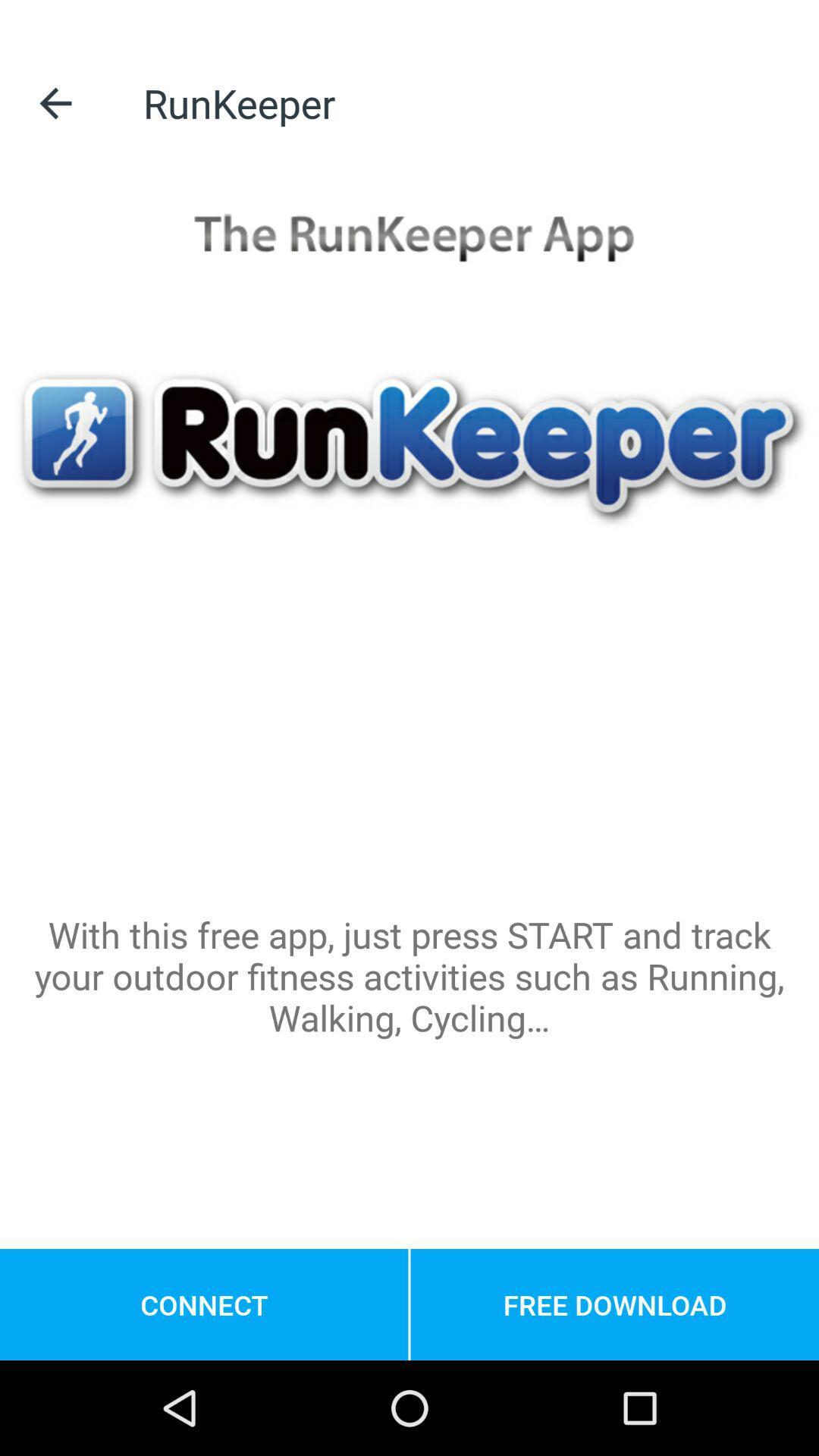 Image resolution: width=819 pixels, height=1456 pixels. Describe the element at coordinates (614, 1304) in the screenshot. I see `item at the bottom right corner` at that location.